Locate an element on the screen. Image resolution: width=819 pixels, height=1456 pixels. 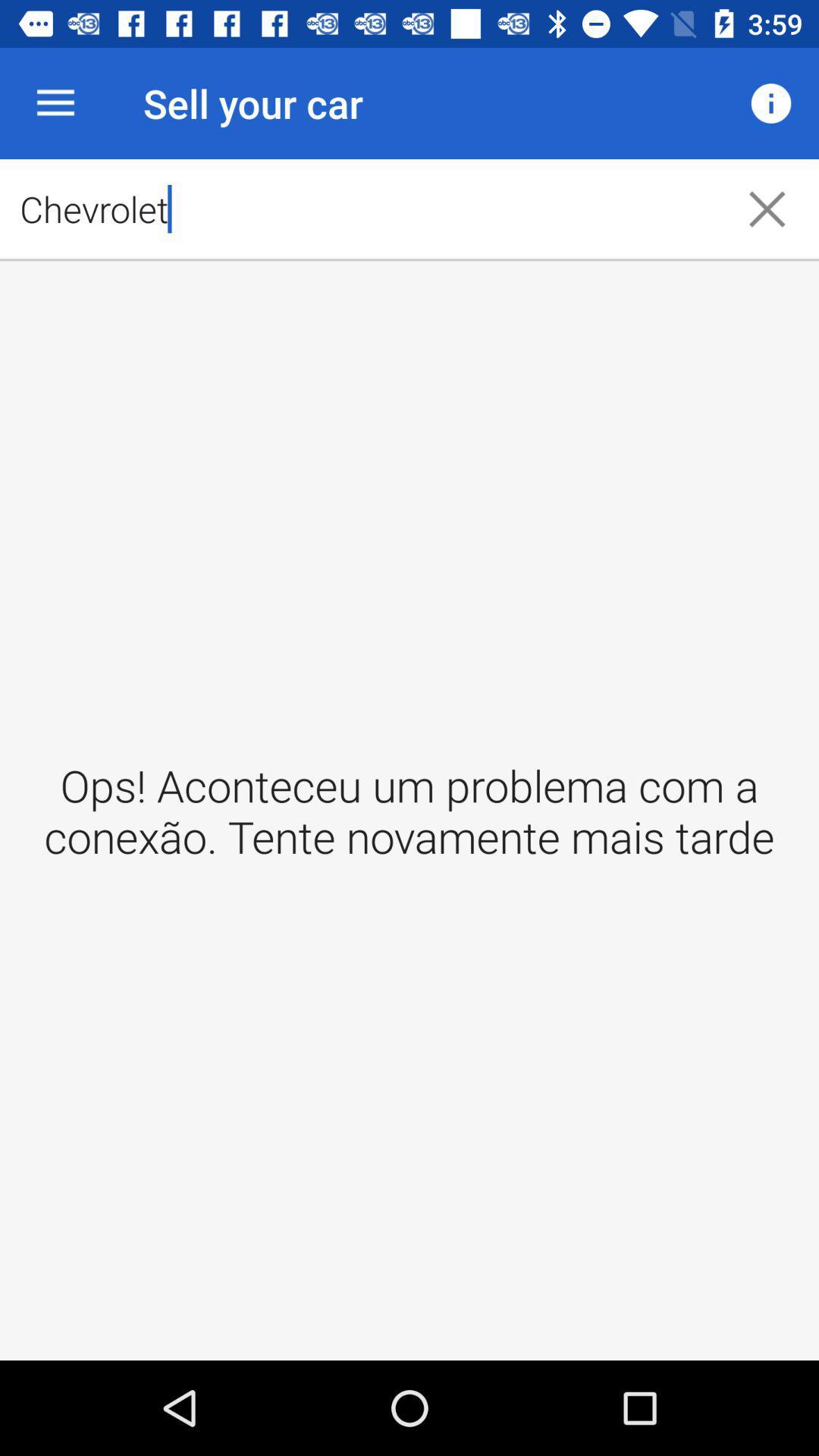
the close icon is located at coordinates (767, 208).